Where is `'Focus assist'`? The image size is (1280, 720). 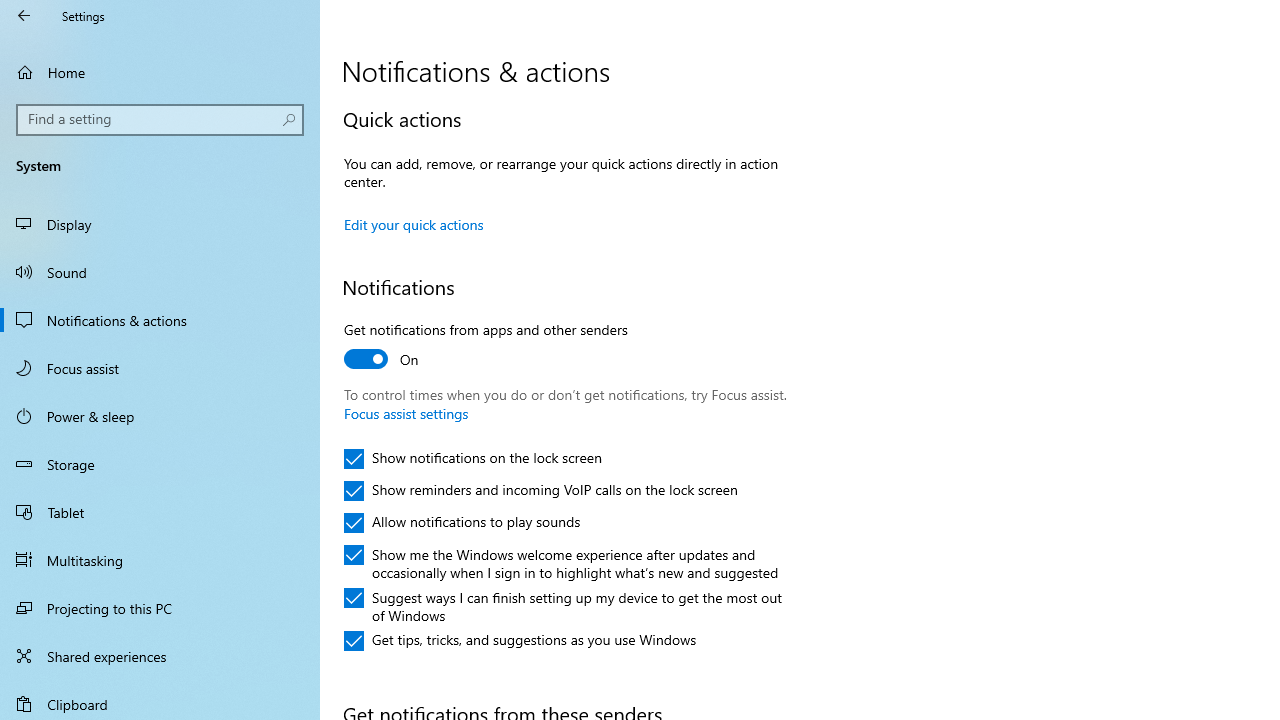
'Focus assist' is located at coordinates (160, 367).